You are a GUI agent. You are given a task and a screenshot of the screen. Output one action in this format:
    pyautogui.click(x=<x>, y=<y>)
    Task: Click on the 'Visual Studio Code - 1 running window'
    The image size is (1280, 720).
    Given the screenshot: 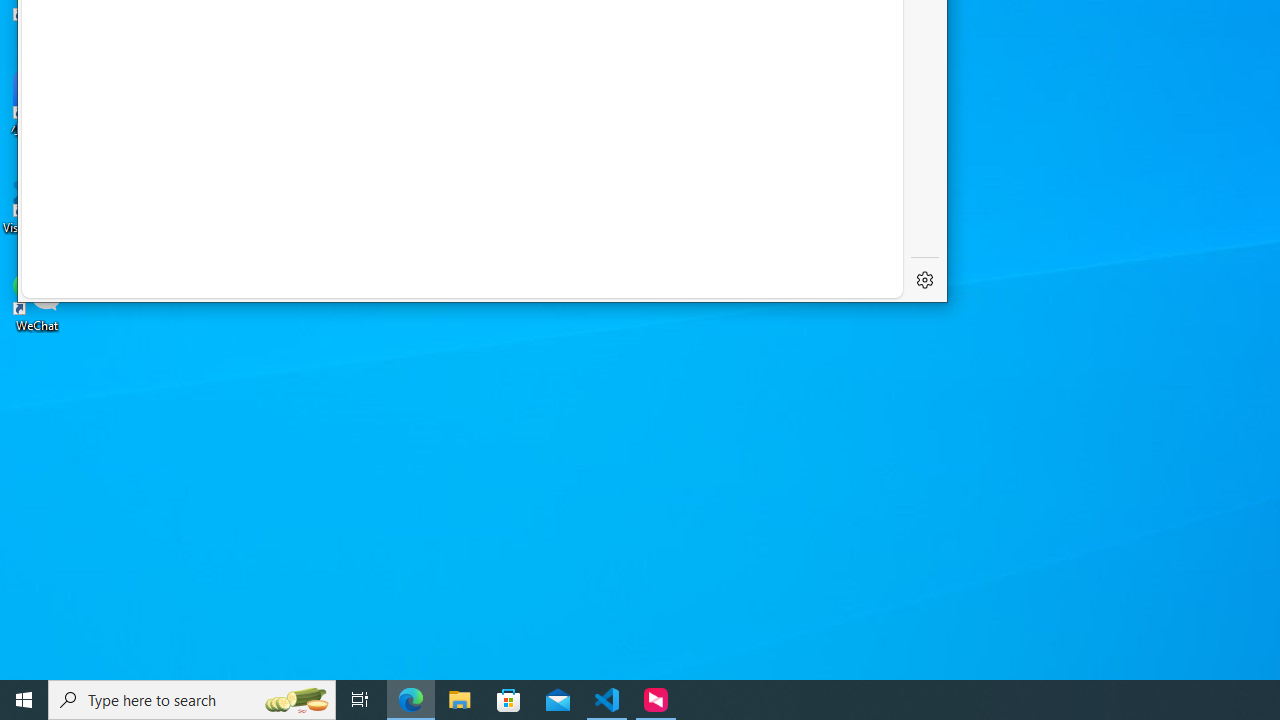 What is the action you would take?
    pyautogui.click(x=606, y=698)
    